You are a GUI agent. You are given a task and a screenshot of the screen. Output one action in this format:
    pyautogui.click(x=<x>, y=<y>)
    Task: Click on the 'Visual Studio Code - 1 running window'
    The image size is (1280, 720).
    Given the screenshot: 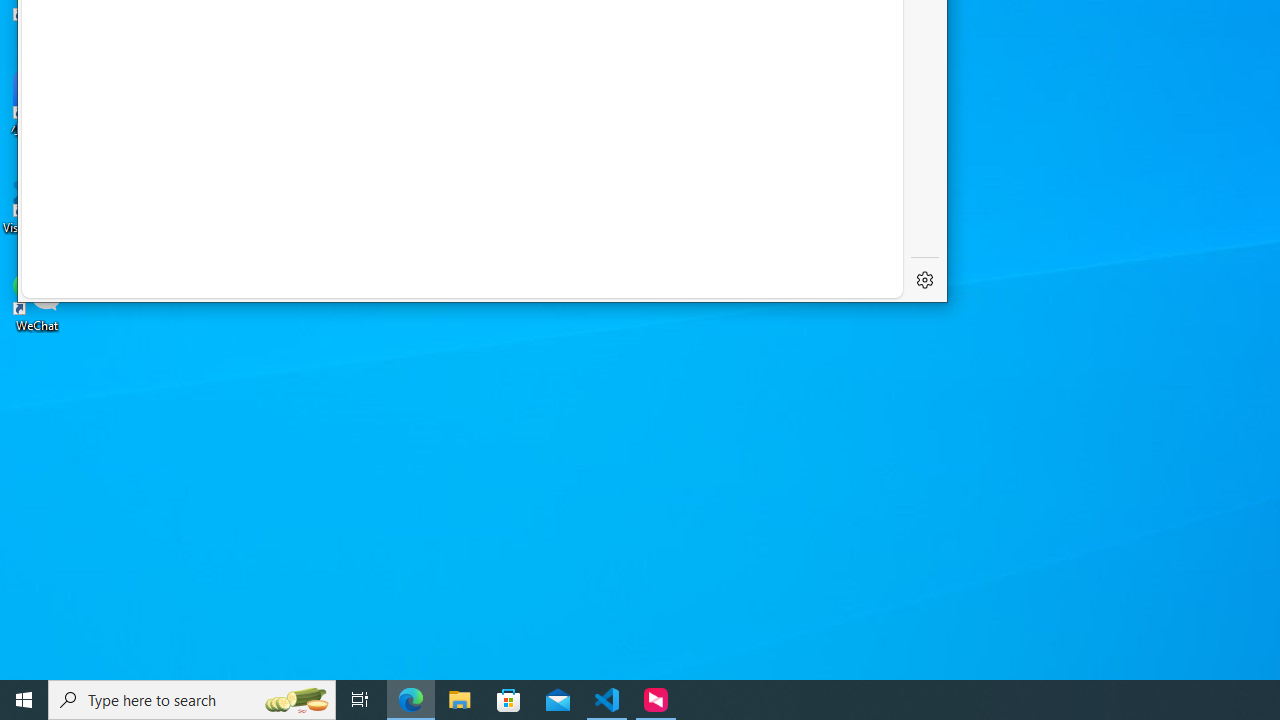 What is the action you would take?
    pyautogui.click(x=606, y=698)
    